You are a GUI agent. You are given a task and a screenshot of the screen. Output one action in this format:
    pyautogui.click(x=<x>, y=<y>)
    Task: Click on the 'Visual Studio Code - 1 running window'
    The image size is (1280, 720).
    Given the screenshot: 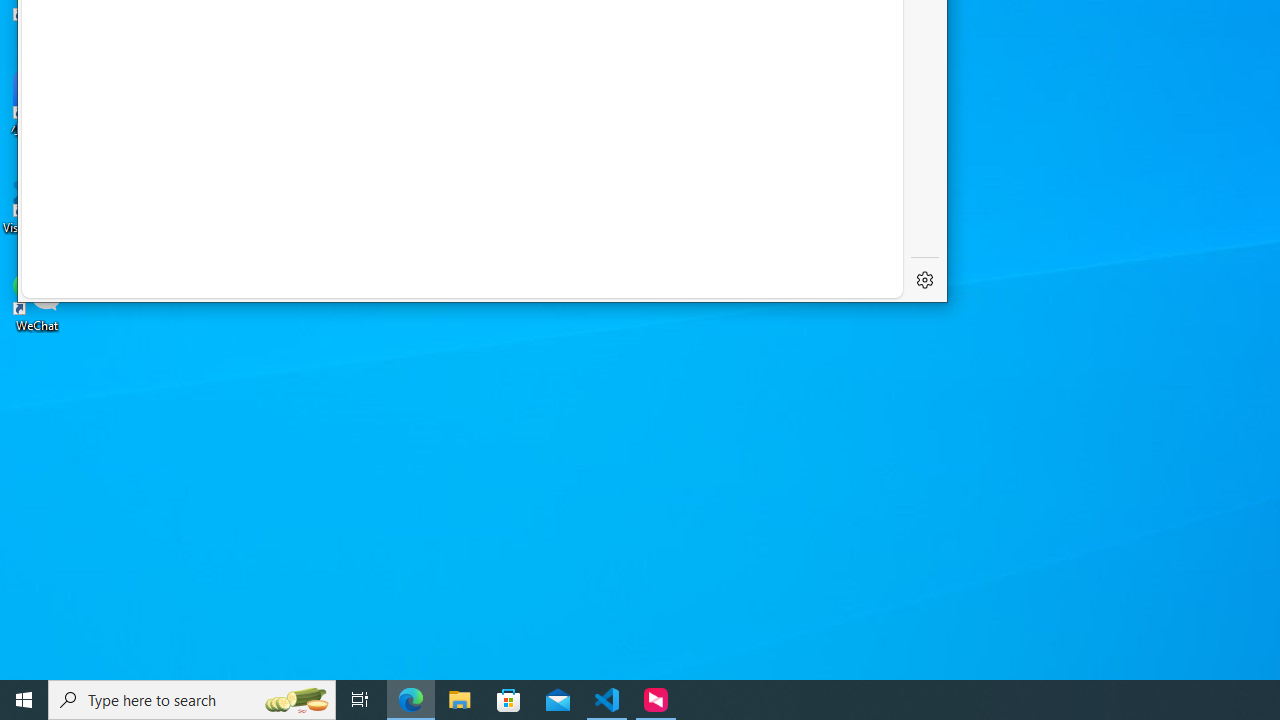 What is the action you would take?
    pyautogui.click(x=606, y=698)
    